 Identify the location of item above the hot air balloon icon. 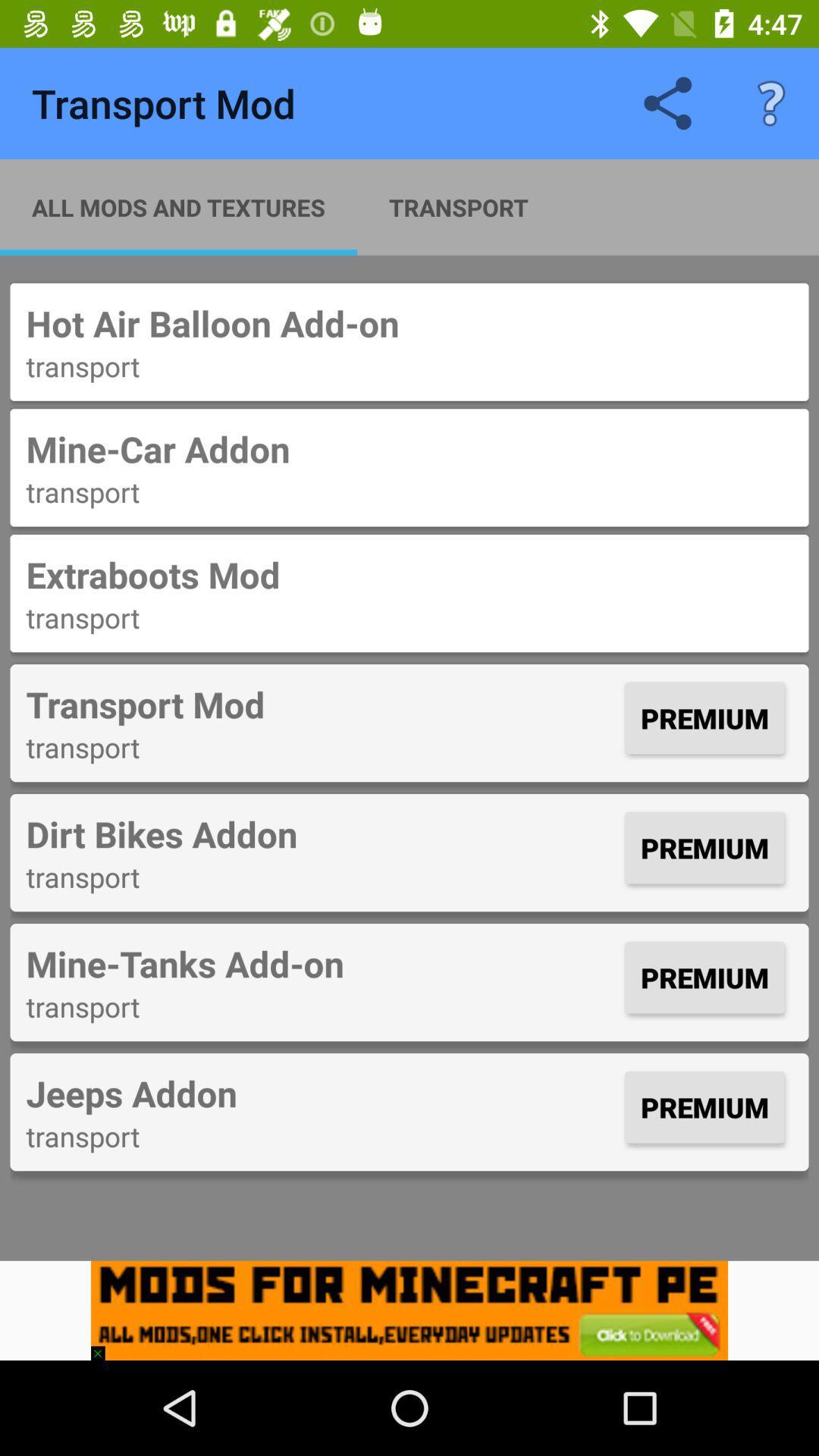
(771, 102).